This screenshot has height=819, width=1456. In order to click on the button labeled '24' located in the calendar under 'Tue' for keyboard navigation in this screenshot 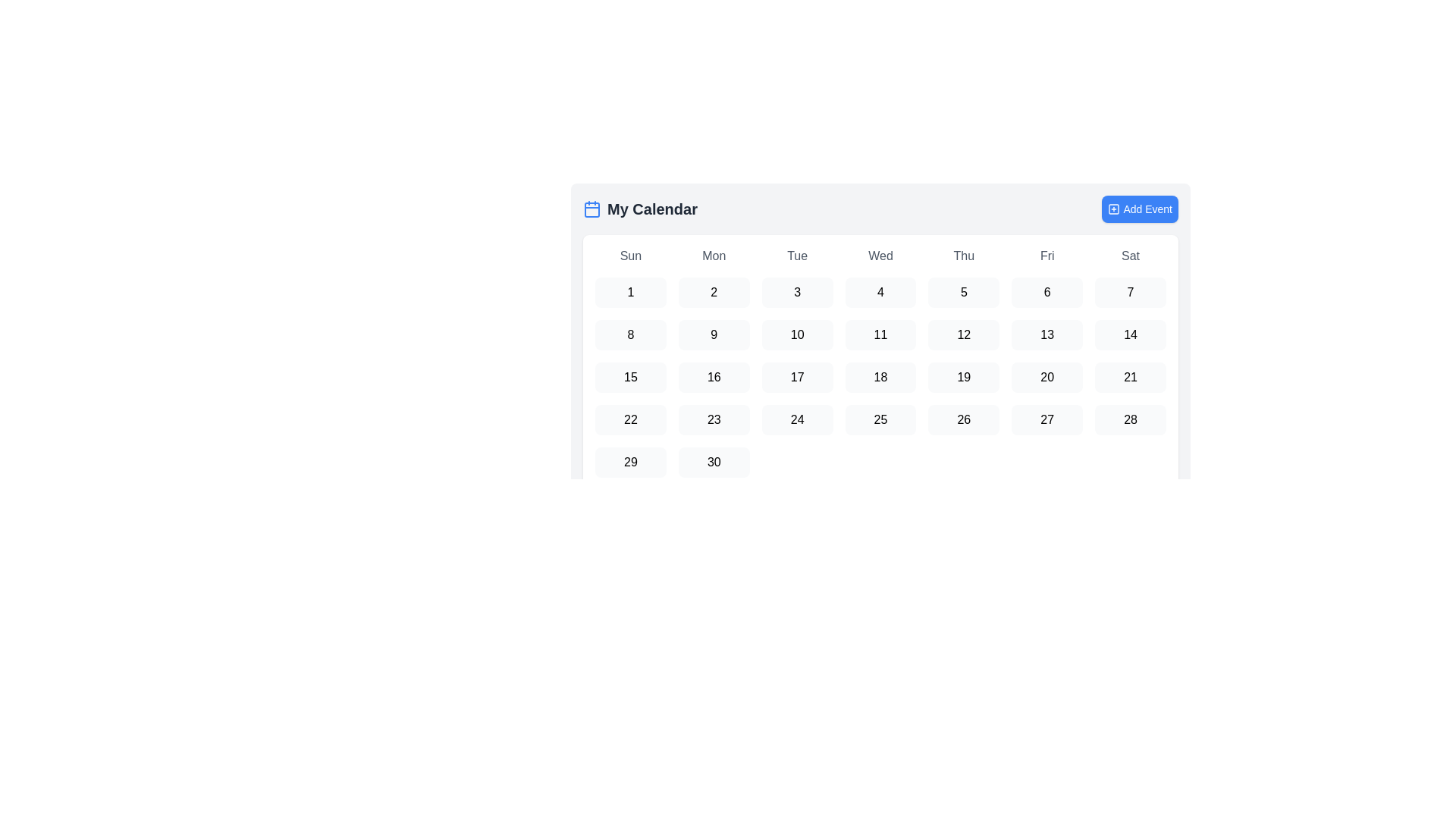, I will do `click(796, 420)`.